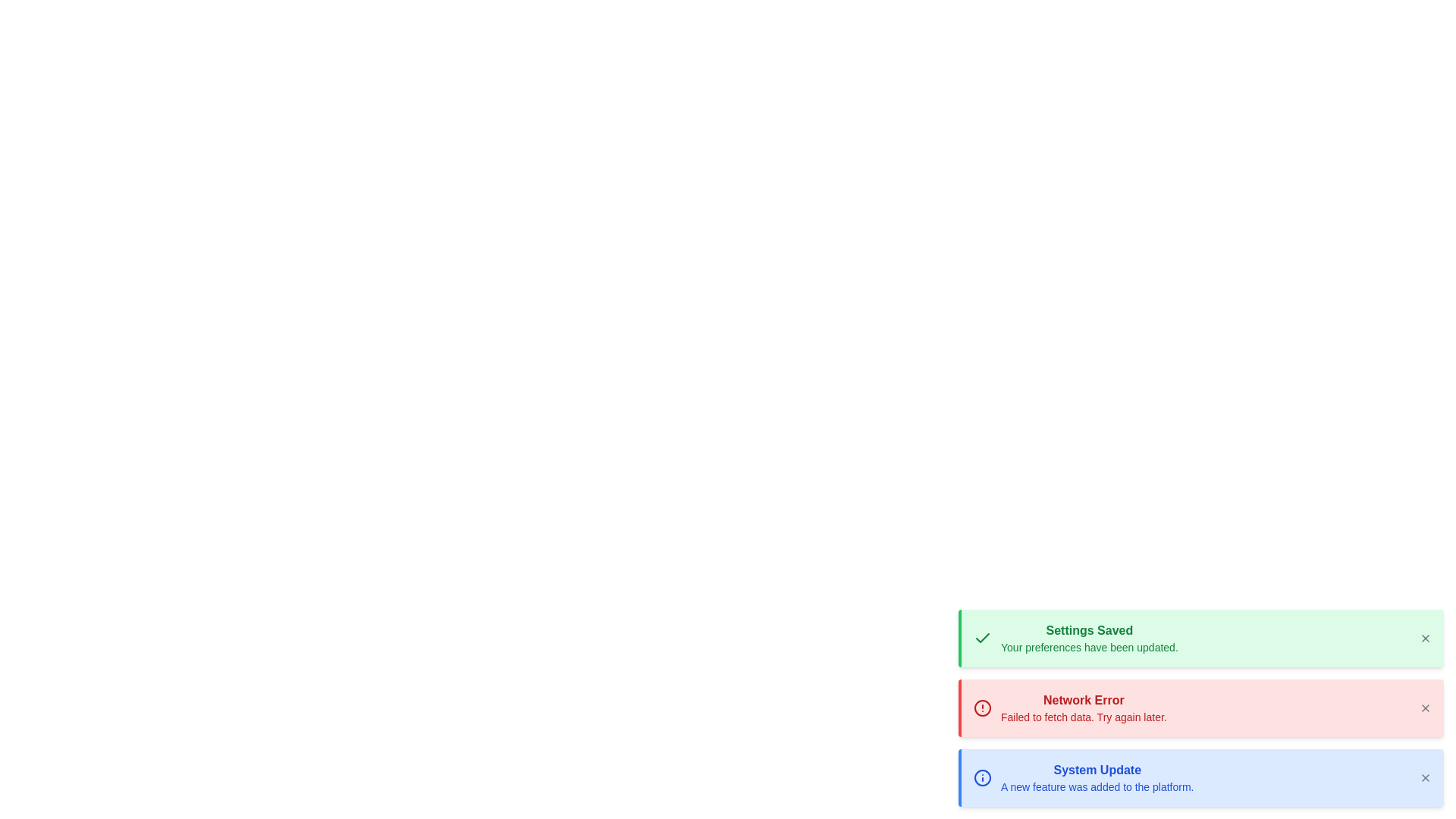  I want to click on the close button (an 'X' icon) located at the top-right corner of the blue notification box labeled 'System Update', so click(1425, 778).